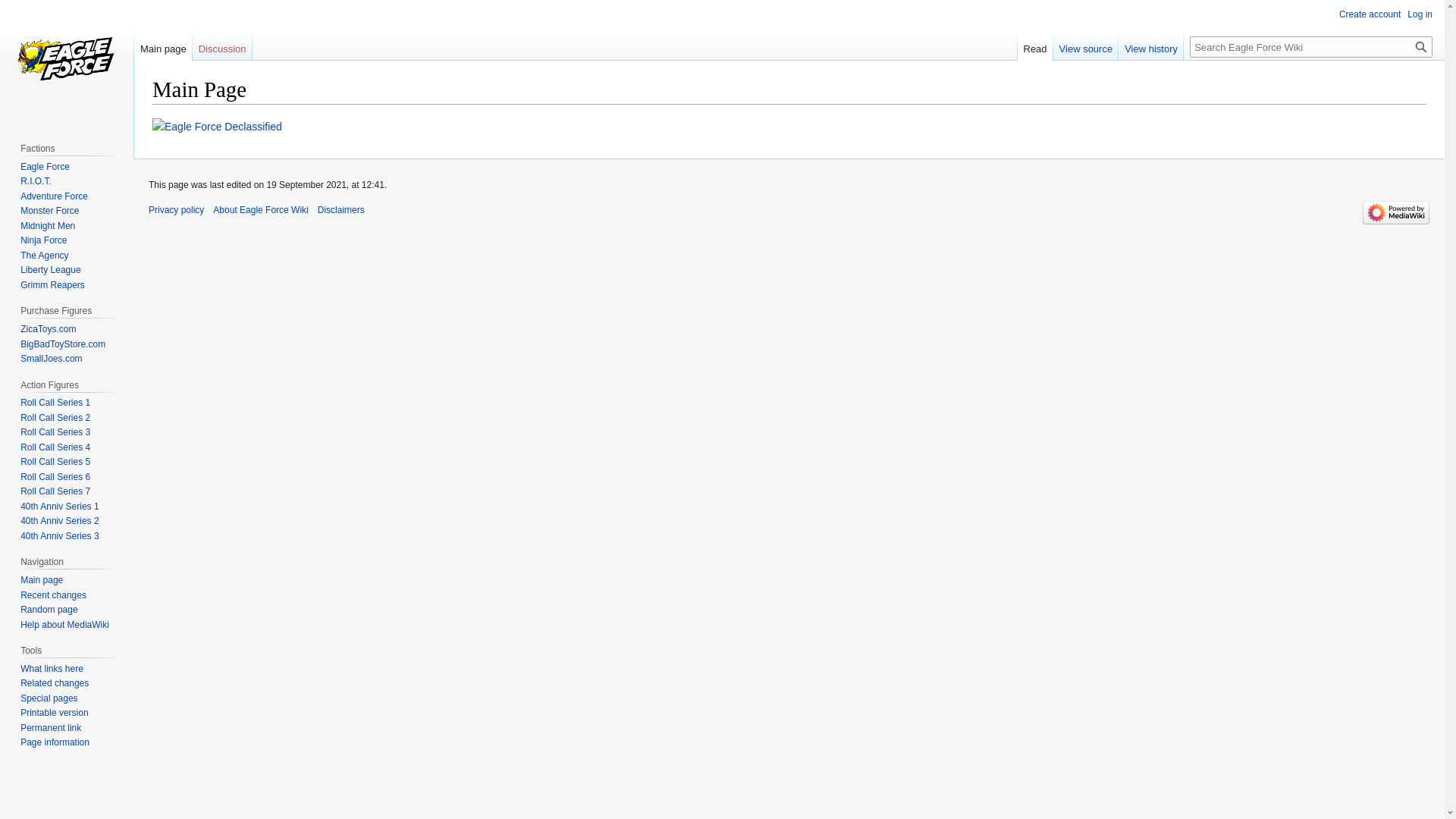  I want to click on 'Printable version', so click(54, 713).